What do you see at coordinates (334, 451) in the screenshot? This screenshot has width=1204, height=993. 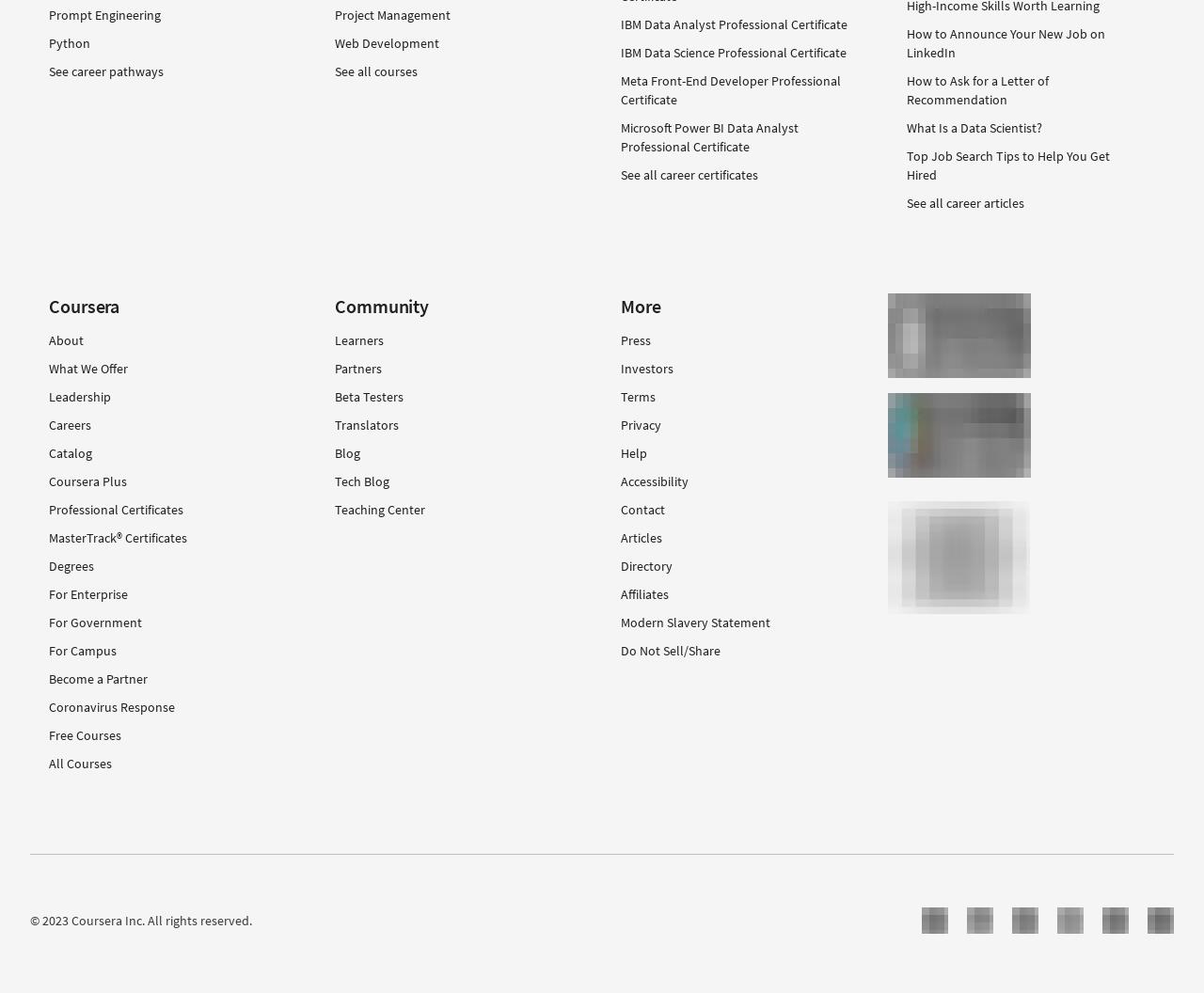 I see `'Blog'` at bounding box center [334, 451].